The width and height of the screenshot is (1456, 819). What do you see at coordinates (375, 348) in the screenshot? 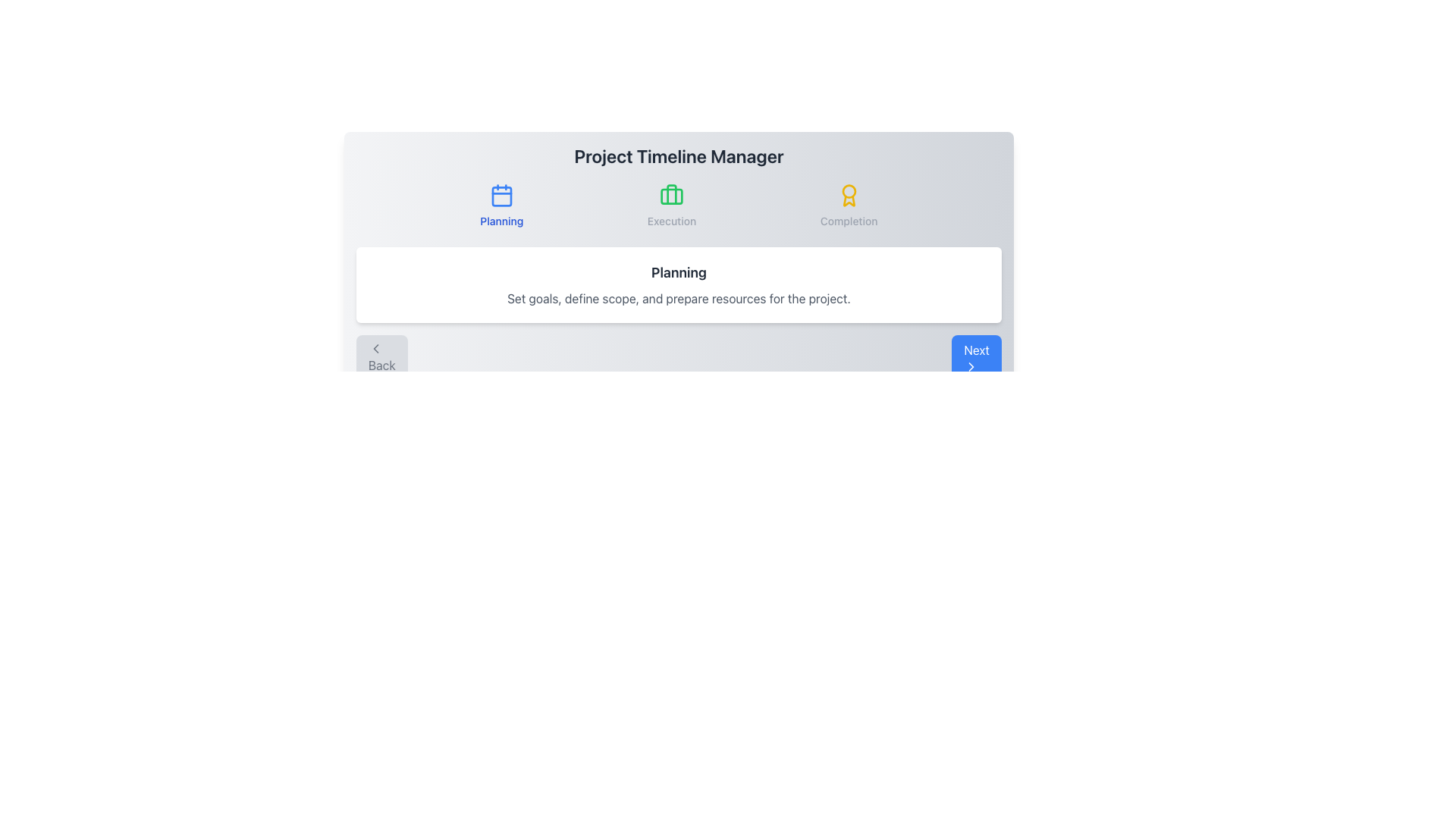
I see `the 'Back' button icon located at the bottom left corner of the interface, adjacent to the 'Back' text label` at bounding box center [375, 348].